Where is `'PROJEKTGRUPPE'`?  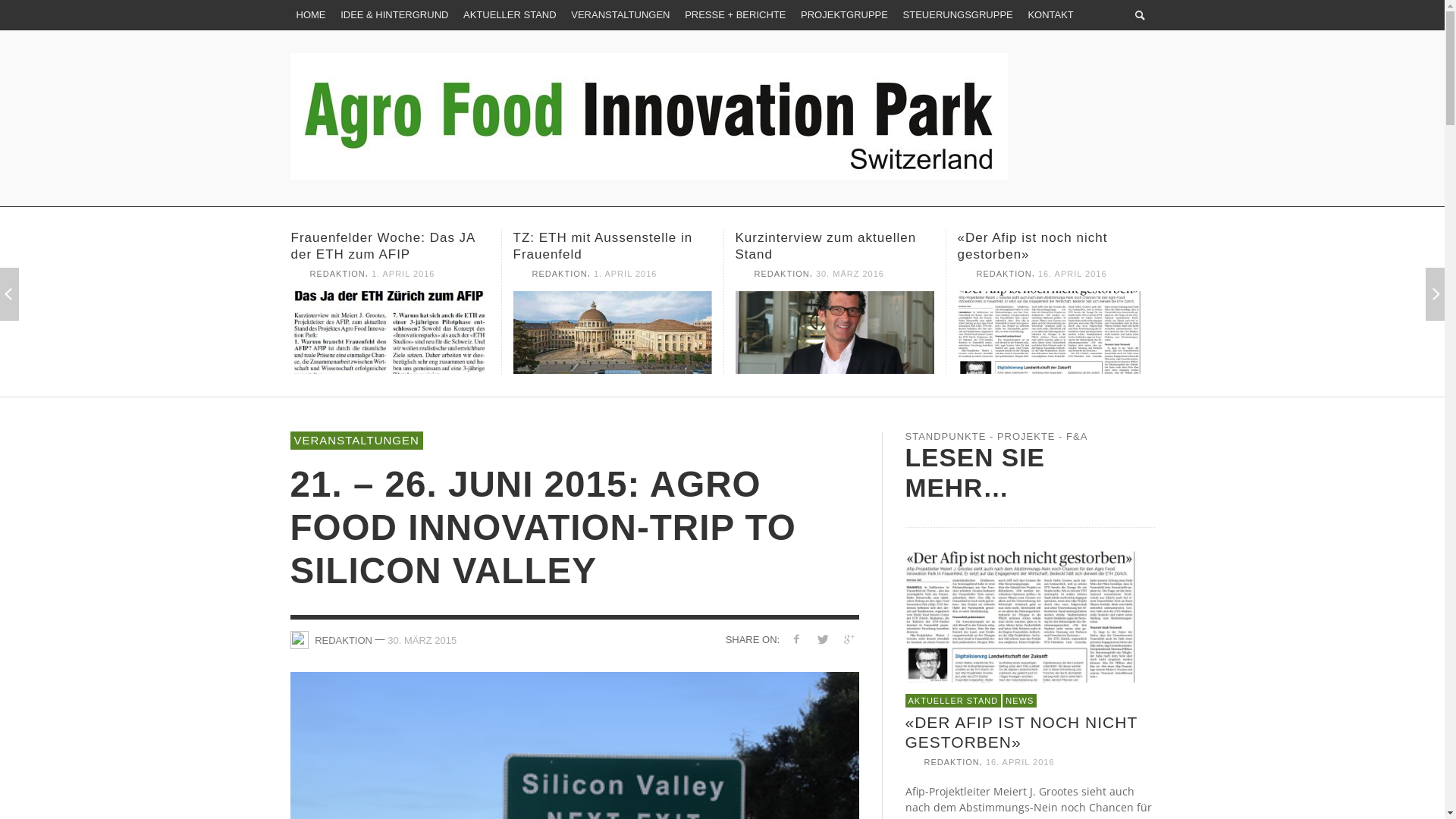
'PROJEKTGRUPPE' is located at coordinates (843, 14).